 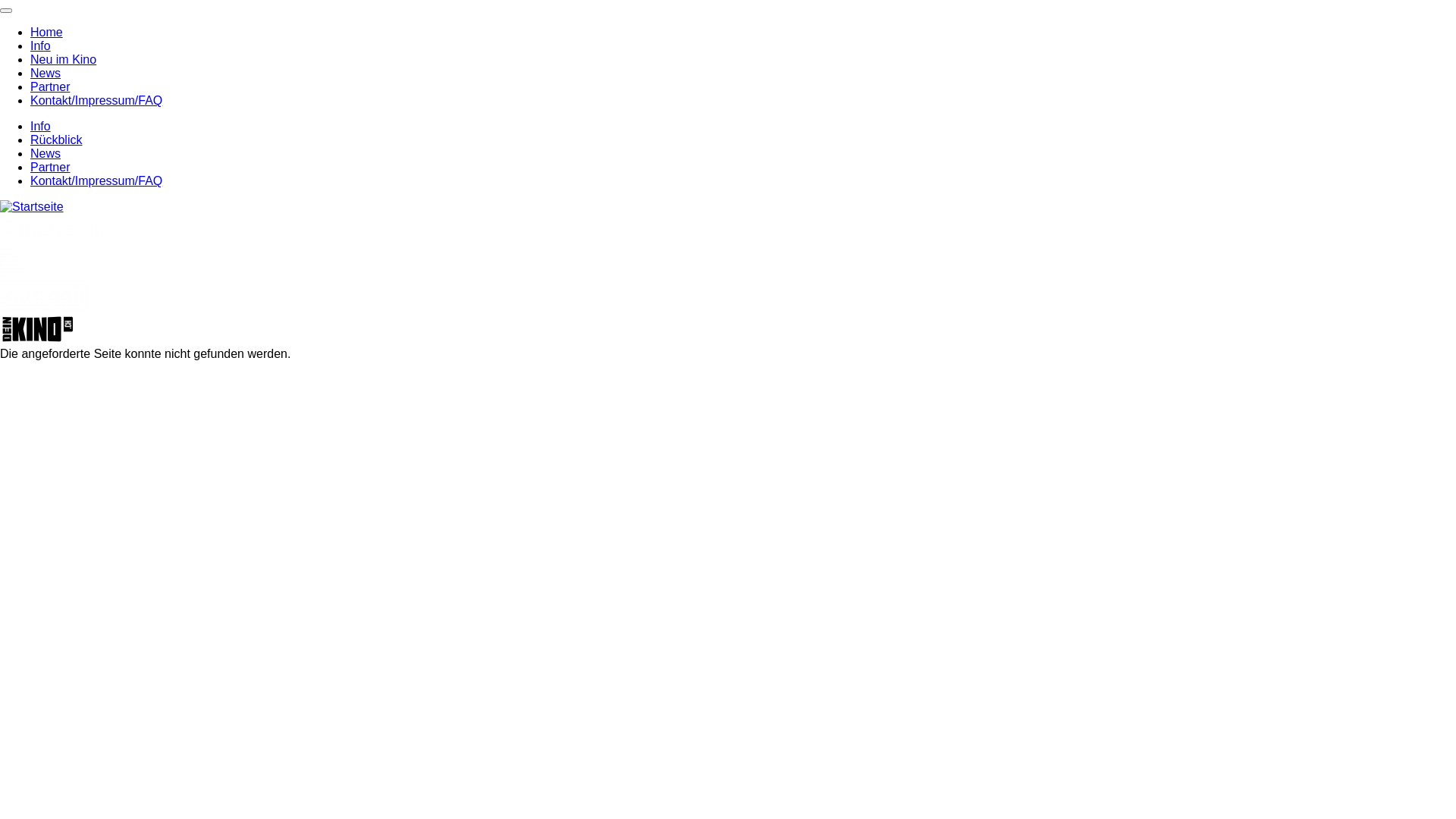 I want to click on 'Startseite', so click(x=32, y=206).